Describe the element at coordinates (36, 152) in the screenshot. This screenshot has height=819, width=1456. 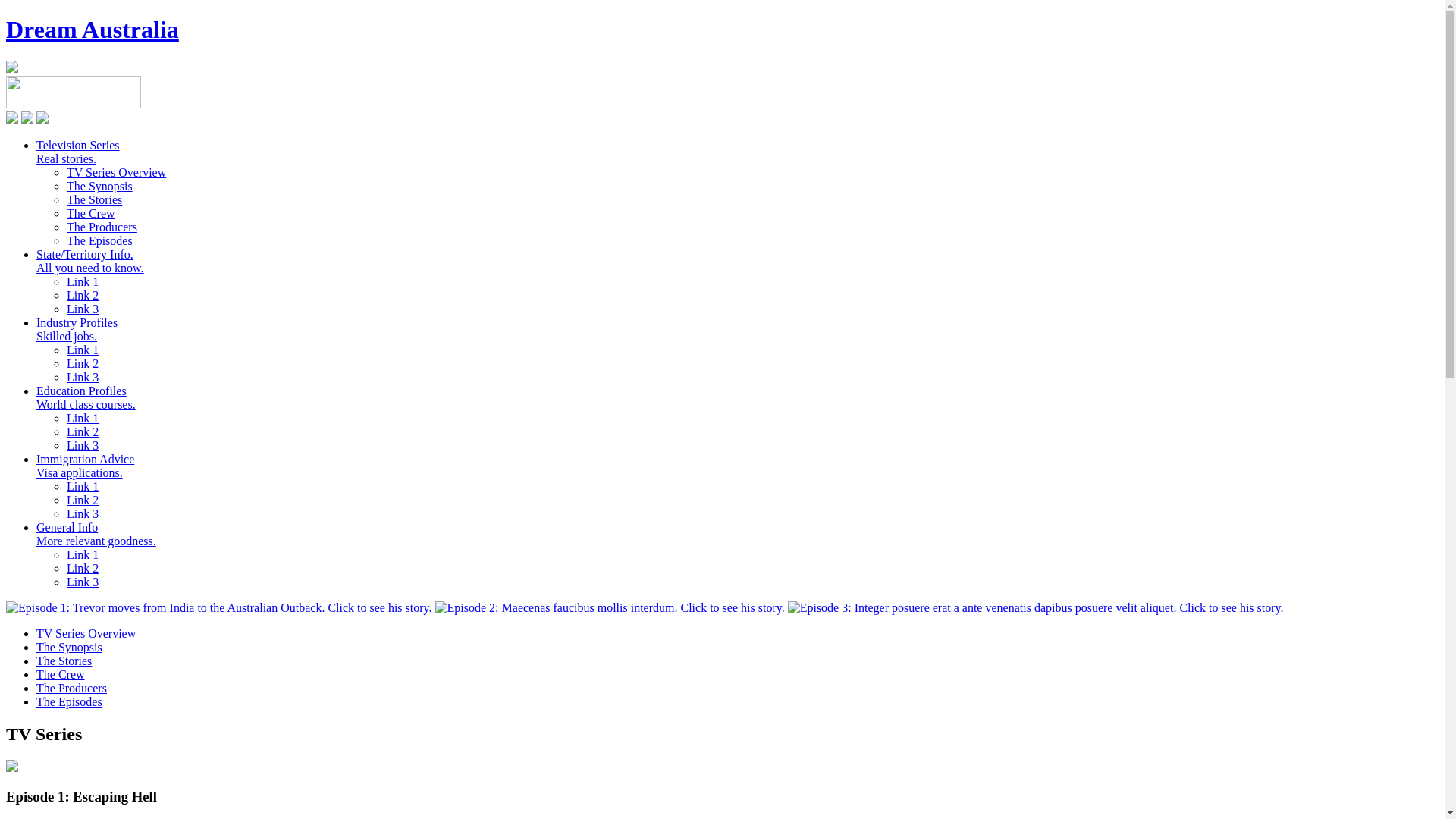
I see `'Television Series` at that location.